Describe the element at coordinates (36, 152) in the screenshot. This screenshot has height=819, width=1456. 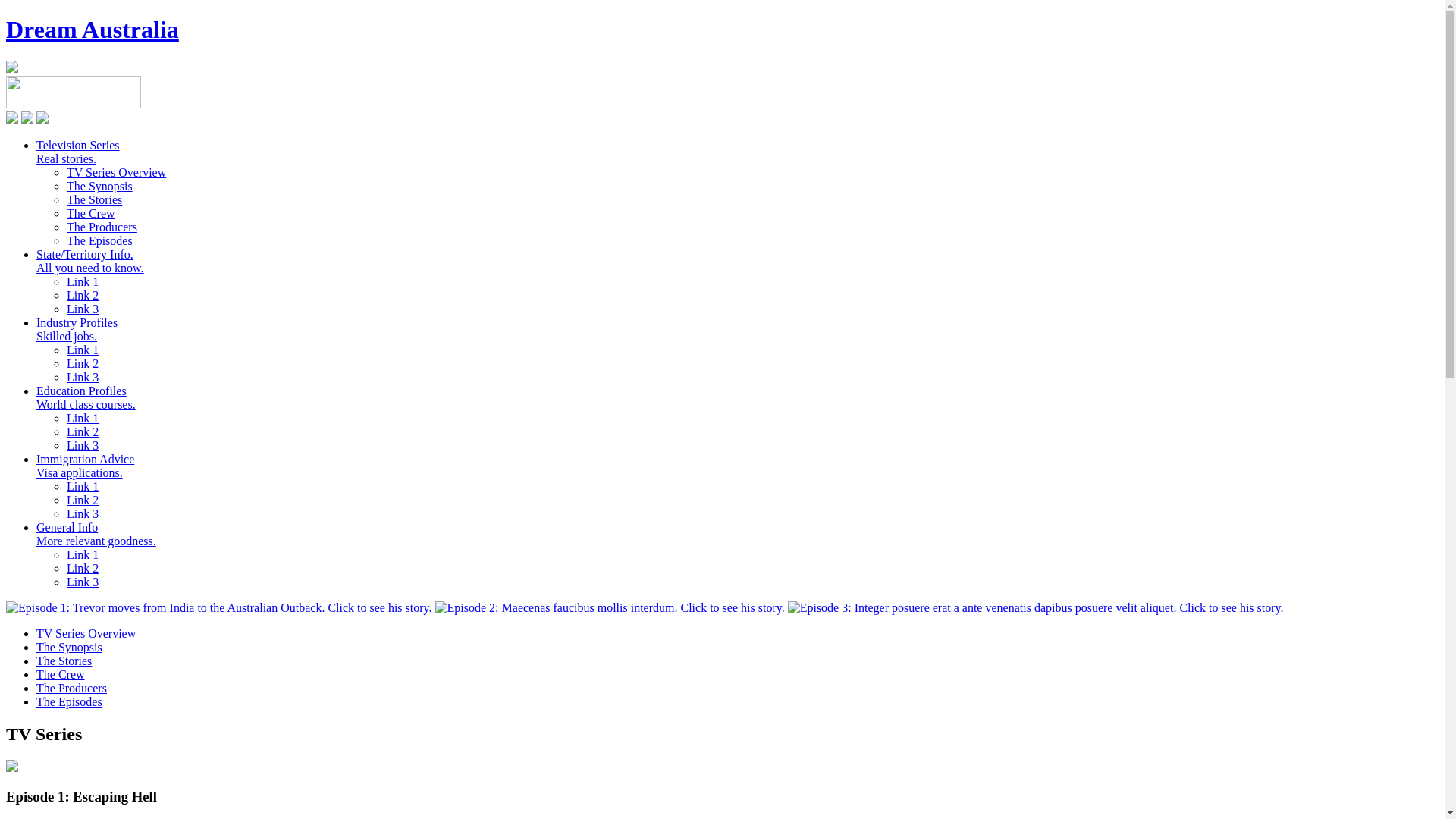
I see `'Television Series` at that location.